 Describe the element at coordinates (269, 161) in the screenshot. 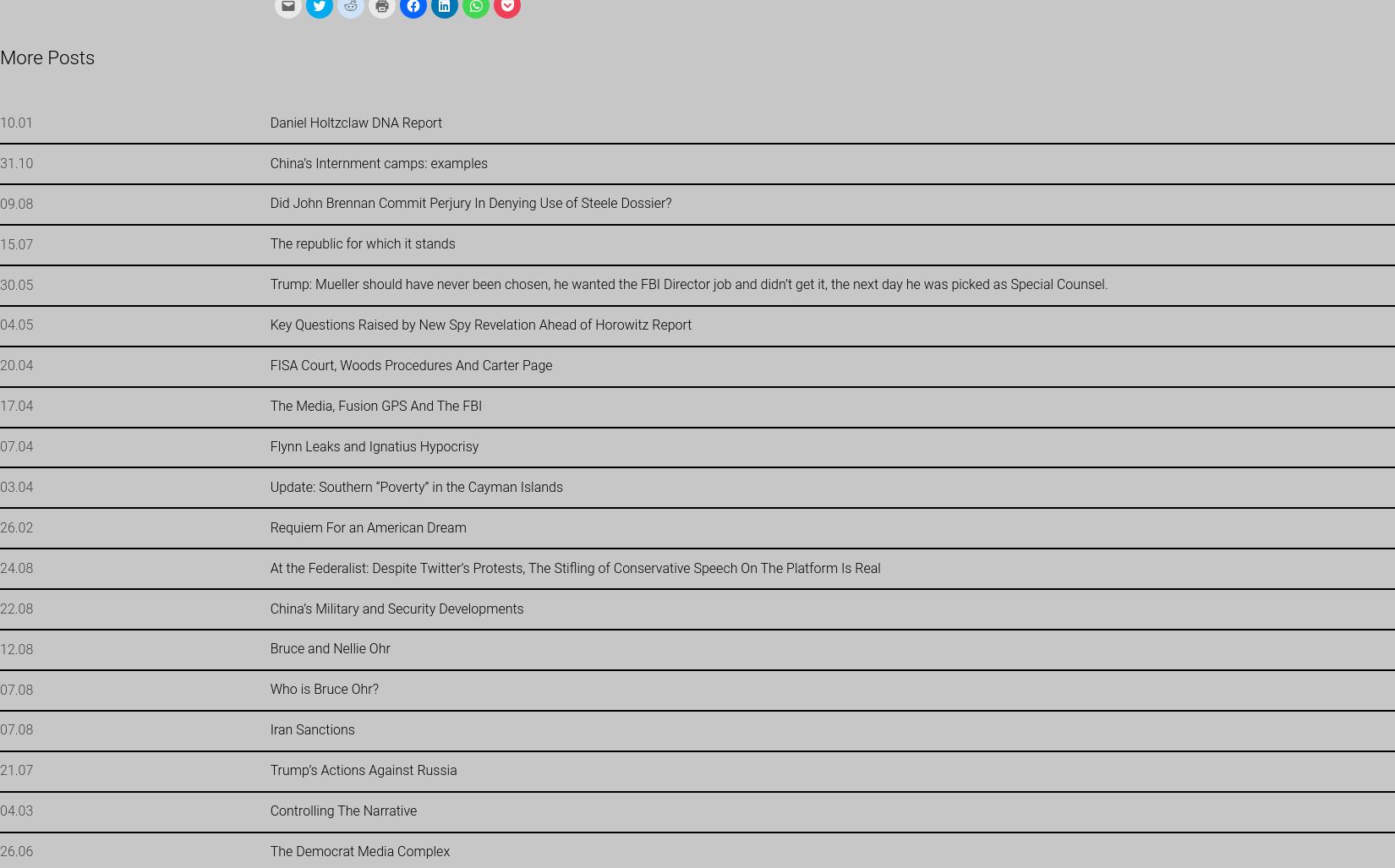

I see `'China’s Internment camps: examples'` at that location.